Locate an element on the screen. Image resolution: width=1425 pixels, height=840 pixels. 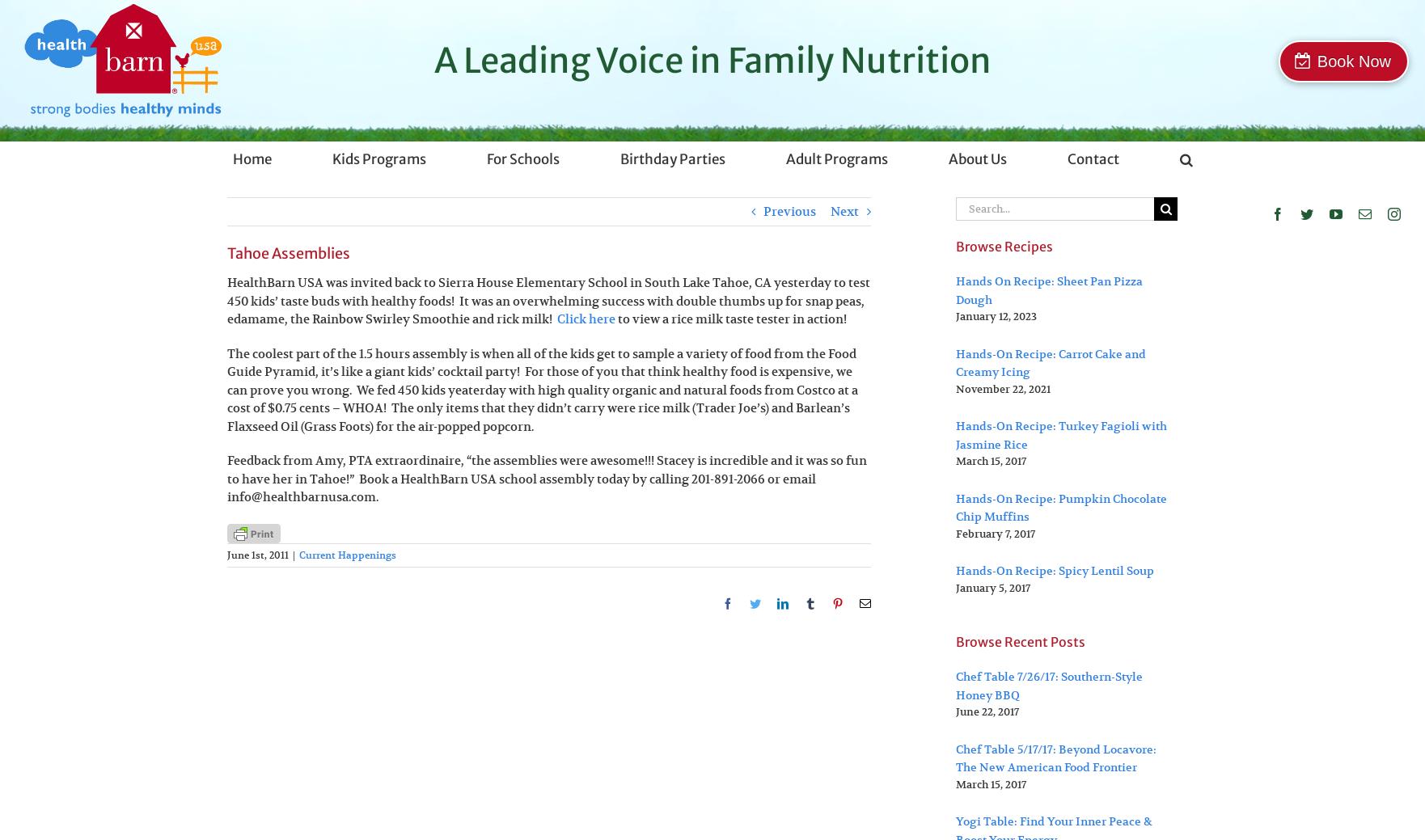
'Seedlings, Ages 3-5' is located at coordinates (395, 247).